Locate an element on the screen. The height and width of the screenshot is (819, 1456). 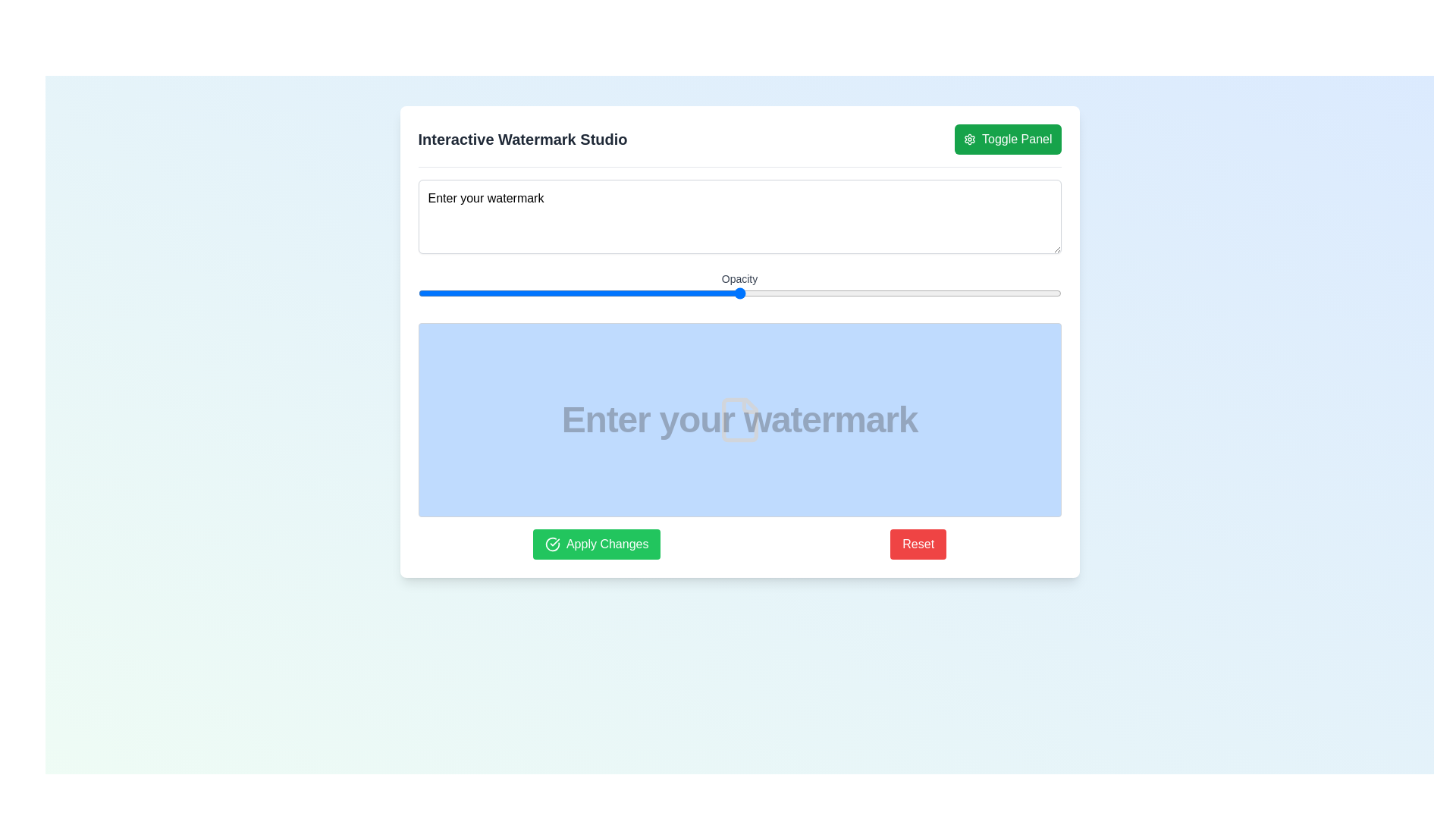
the file-representation SVG graphic icon located at the center of the blue rectangle labeled 'Enter your watermark' is located at coordinates (739, 420).